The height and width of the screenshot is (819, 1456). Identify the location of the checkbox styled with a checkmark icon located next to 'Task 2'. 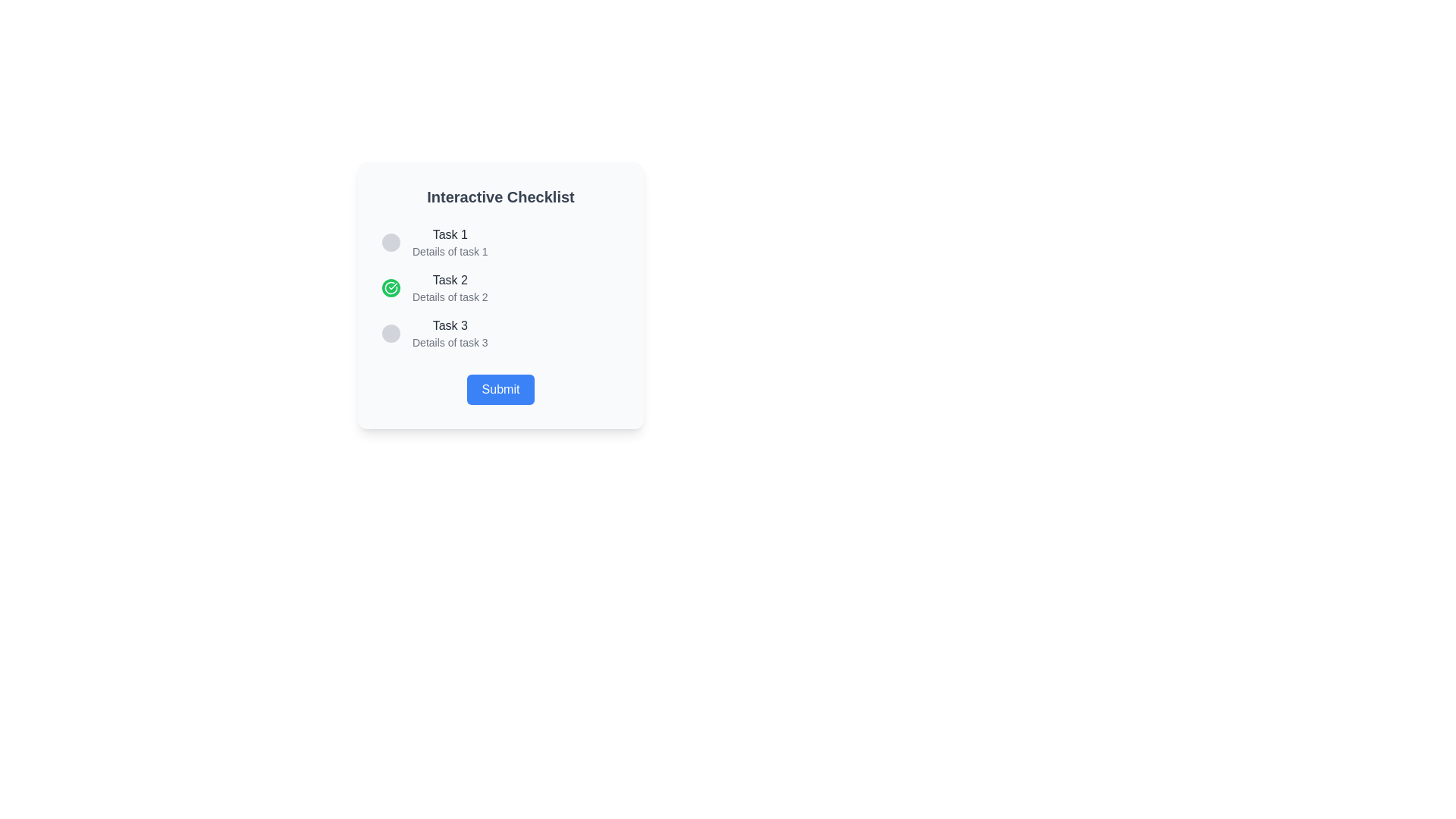
(391, 288).